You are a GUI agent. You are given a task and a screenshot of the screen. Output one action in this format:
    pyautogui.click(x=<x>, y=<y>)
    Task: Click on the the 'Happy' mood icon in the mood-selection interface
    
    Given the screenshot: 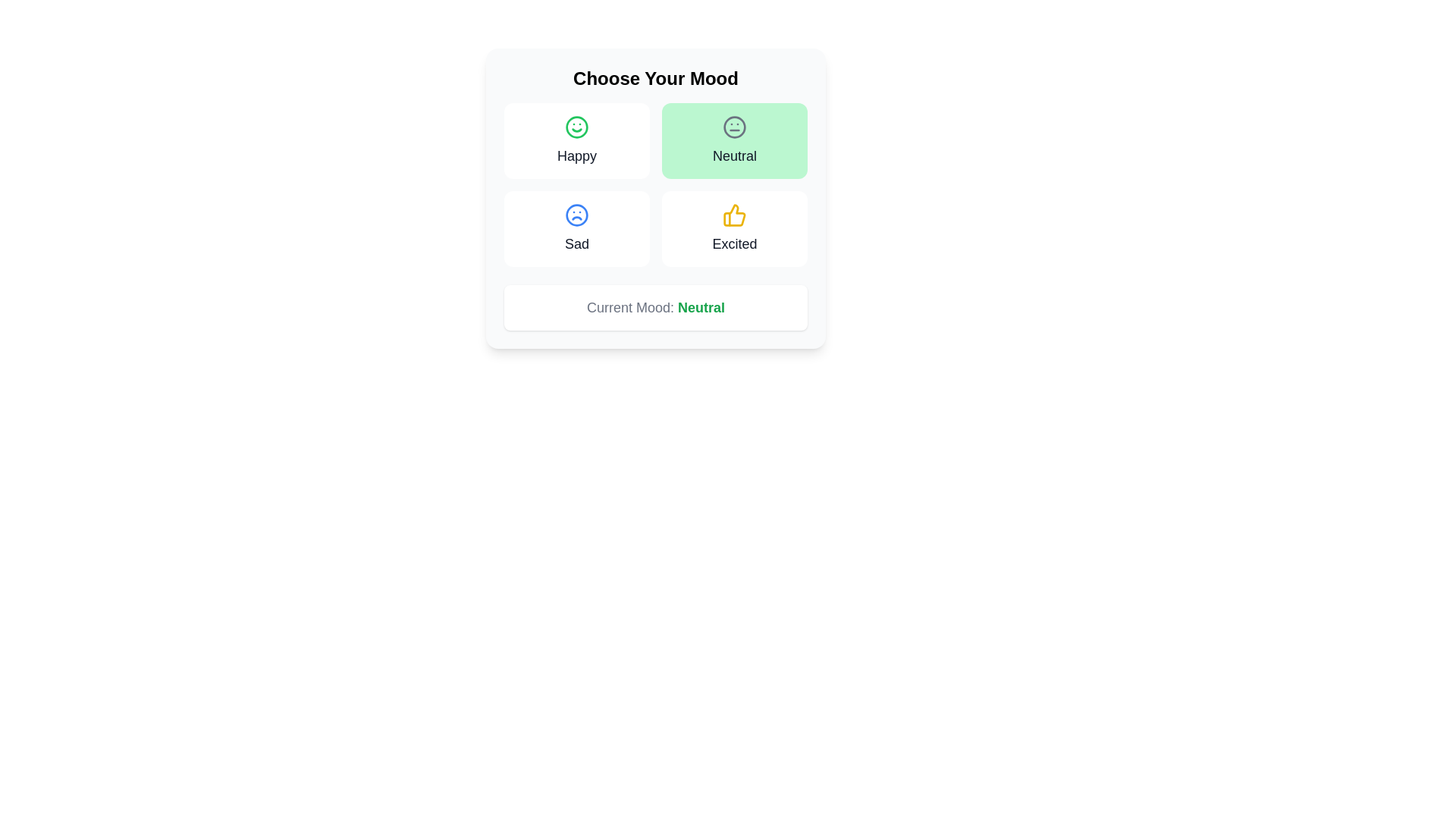 What is the action you would take?
    pyautogui.click(x=576, y=127)
    